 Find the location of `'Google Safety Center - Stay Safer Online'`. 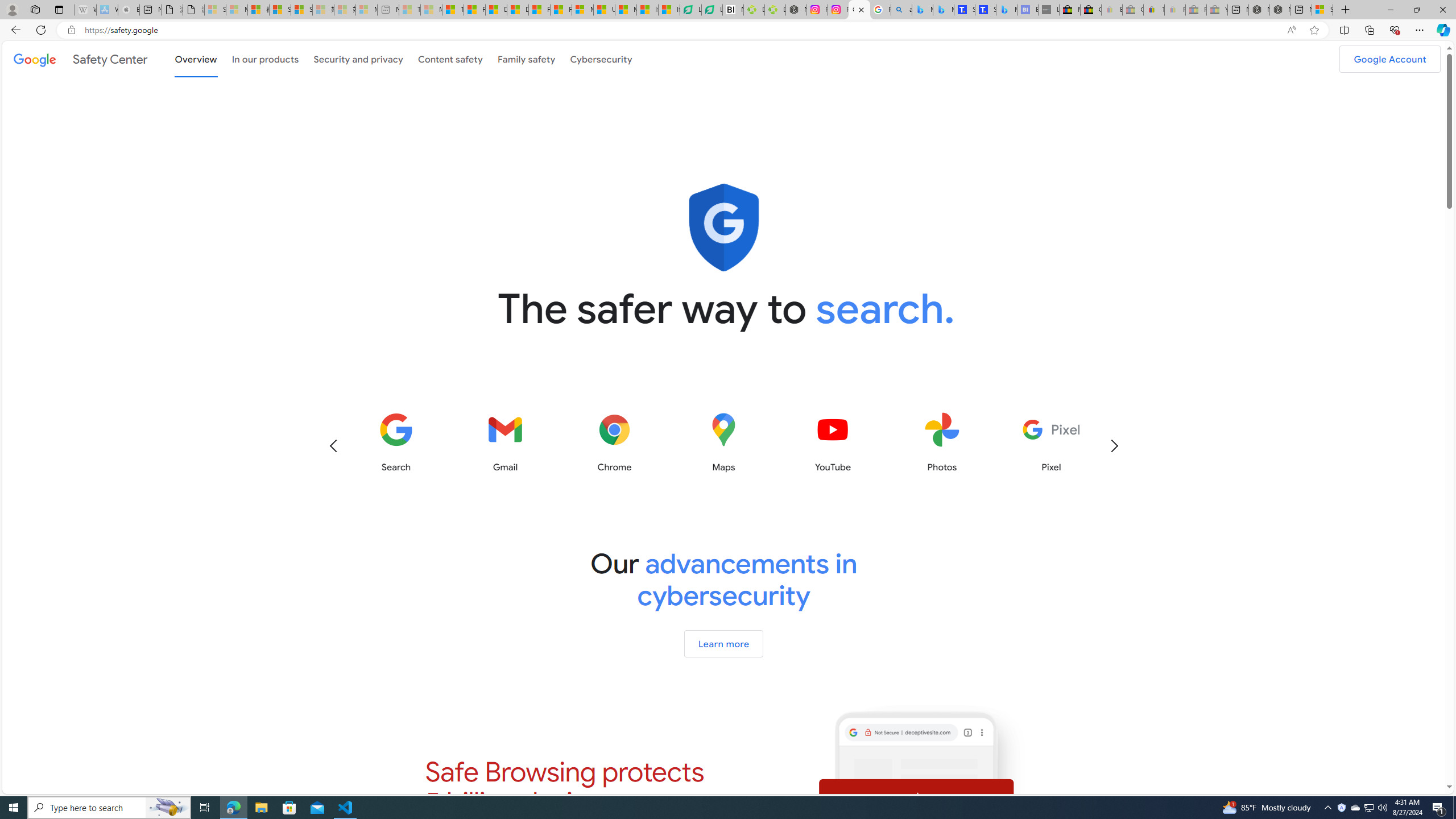

'Google Safety Center - Stay Safer Online' is located at coordinates (859, 9).